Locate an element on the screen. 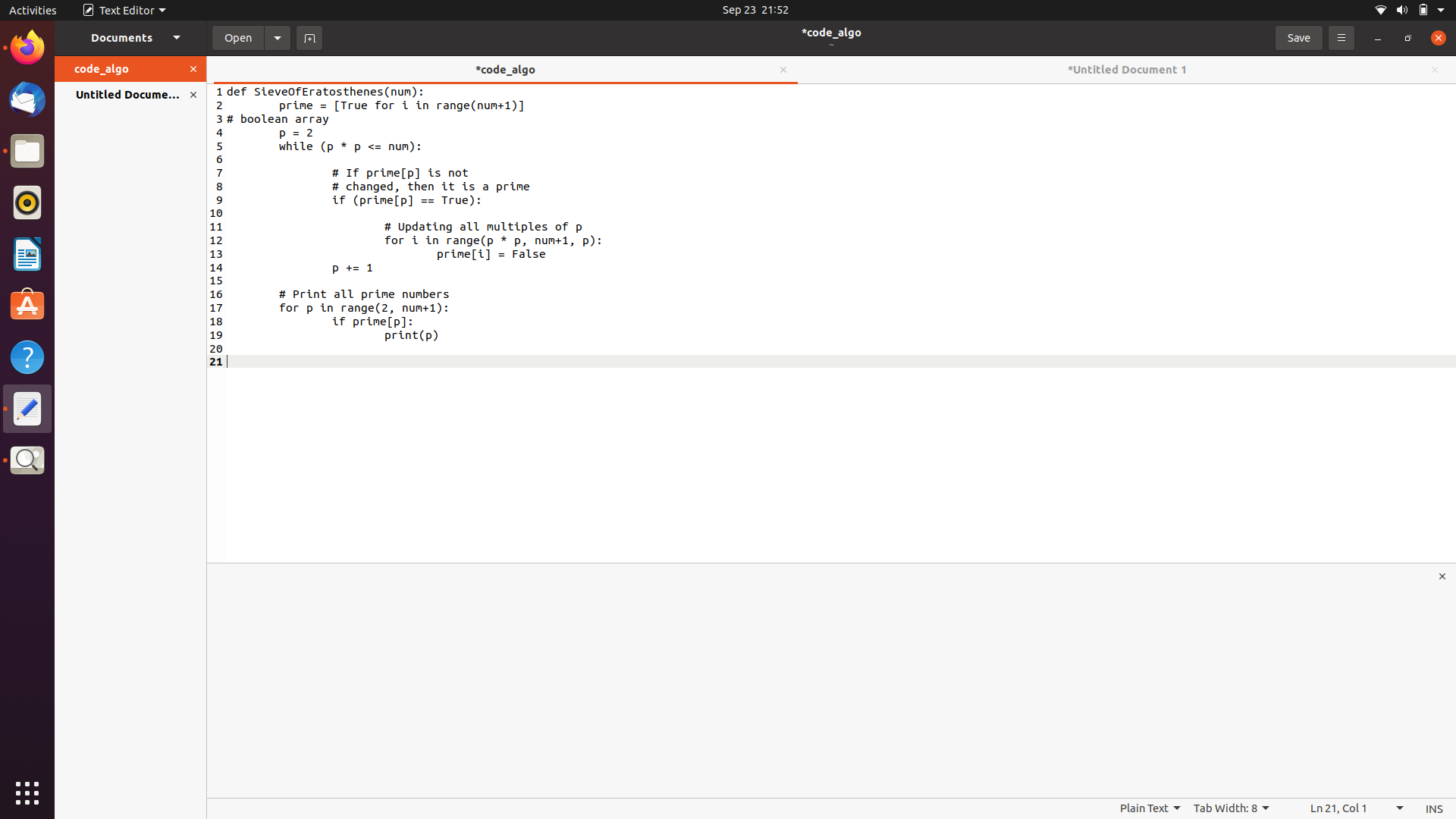 This screenshot has width=1456, height=819. Start the file situated on the left panel is located at coordinates (236, 36).